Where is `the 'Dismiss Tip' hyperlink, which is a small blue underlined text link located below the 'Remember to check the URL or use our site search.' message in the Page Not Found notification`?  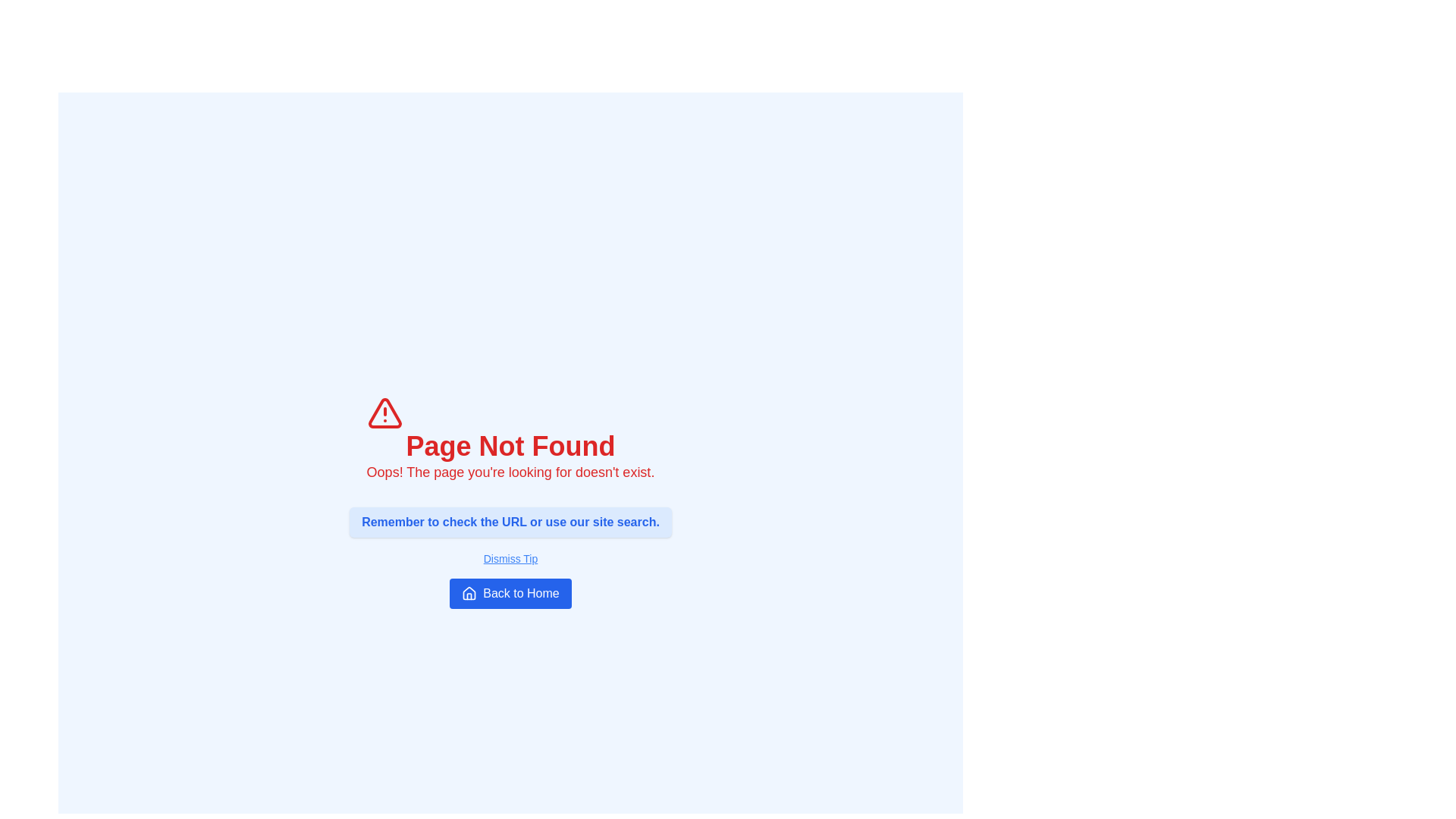
the 'Dismiss Tip' hyperlink, which is a small blue underlined text link located below the 'Remember to check the URL or use our site search.' message in the Page Not Found notification is located at coordinates (510, 558).